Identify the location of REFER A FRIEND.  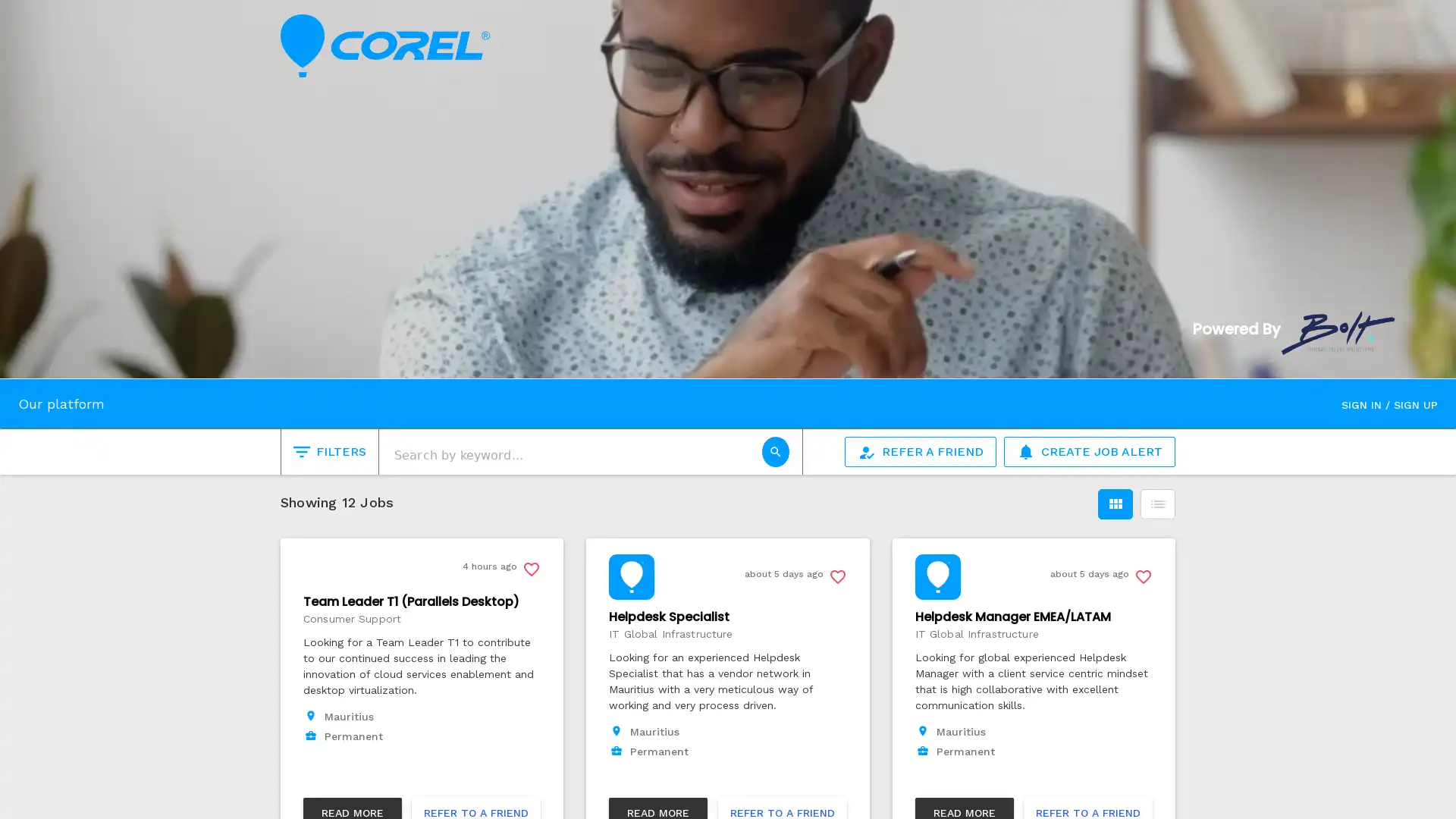
(920, 451).